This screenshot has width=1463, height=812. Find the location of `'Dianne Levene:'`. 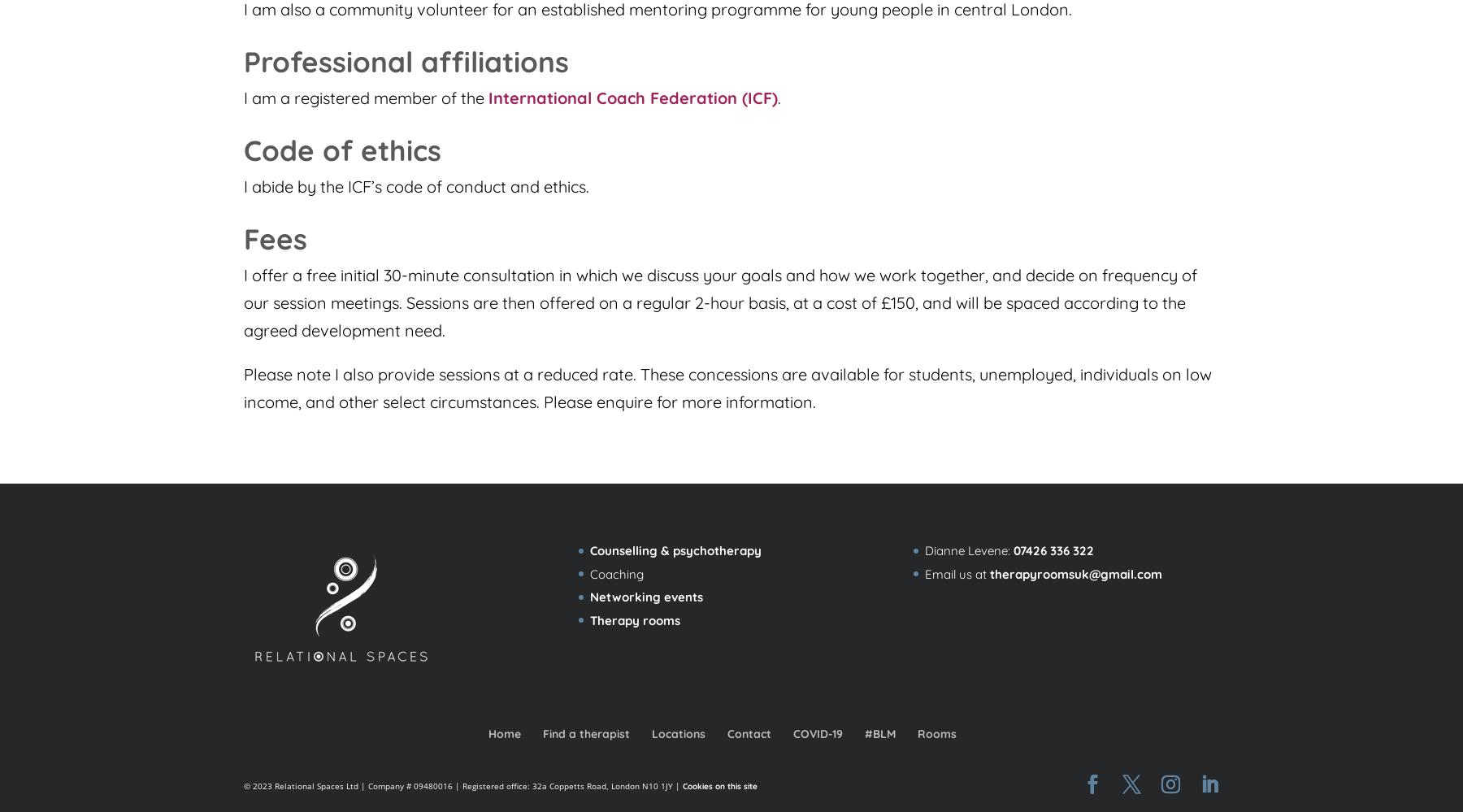

'Dianne Levene:' is located at coordinates (967, 550).